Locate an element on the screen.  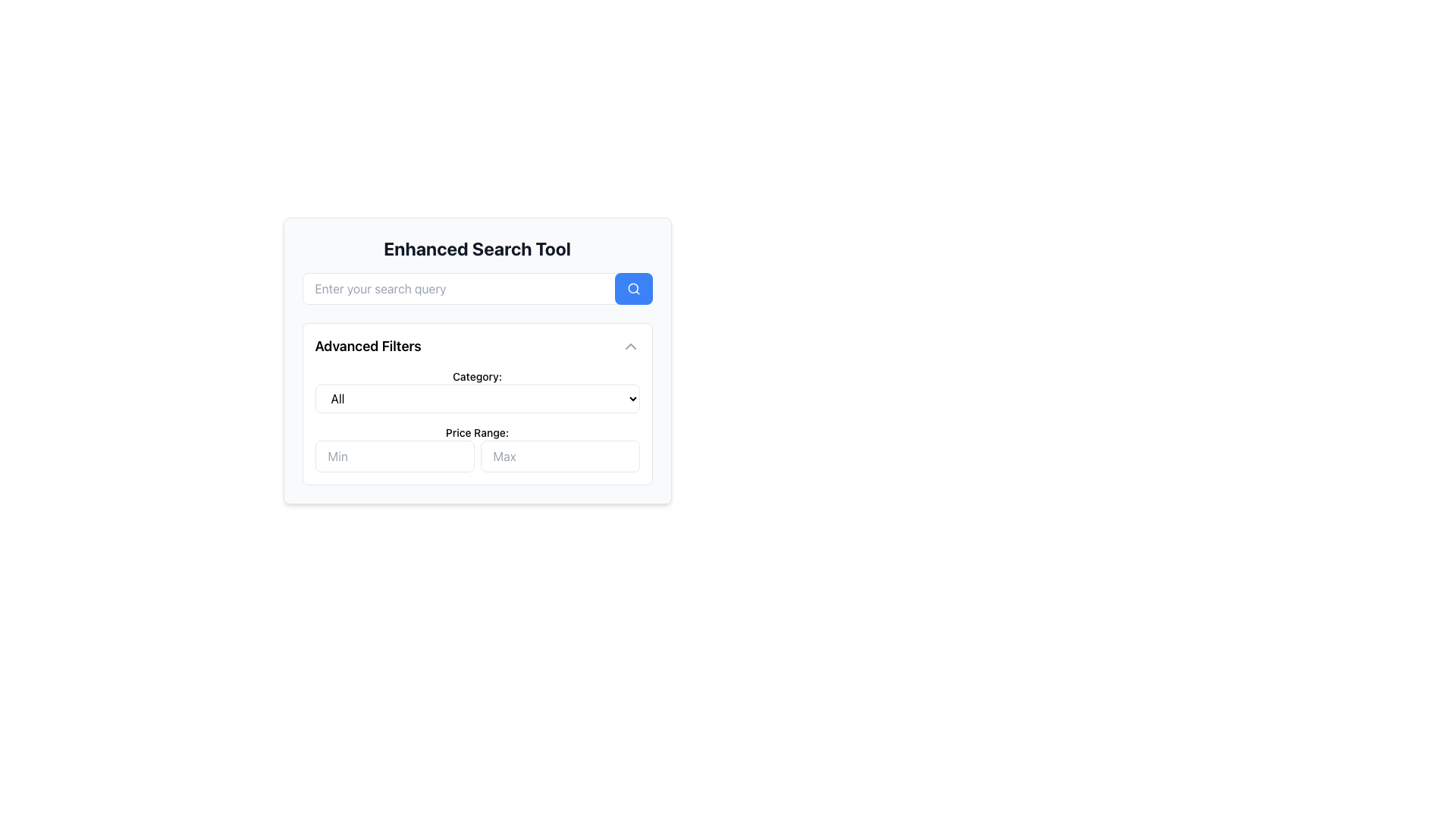
the dropdown within the filter box located in the 'Enhanced Search Tool' section beneath the search input field is located at coordinates (476, 403).